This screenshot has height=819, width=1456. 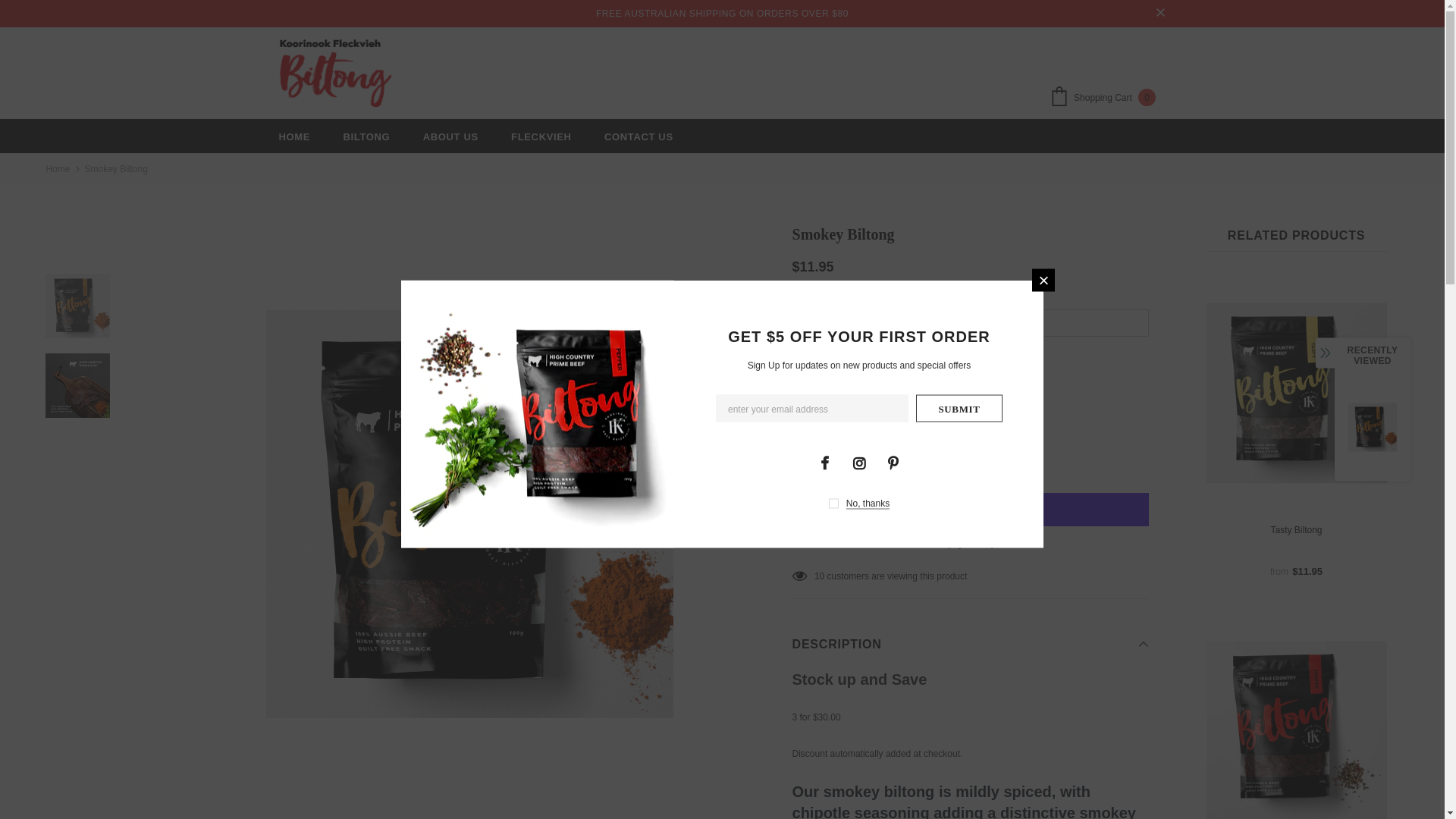 What do you see at coordinates (639, 135) in the screenshot?
I see `'CONTACT US'` at bounding box center [639, 135].